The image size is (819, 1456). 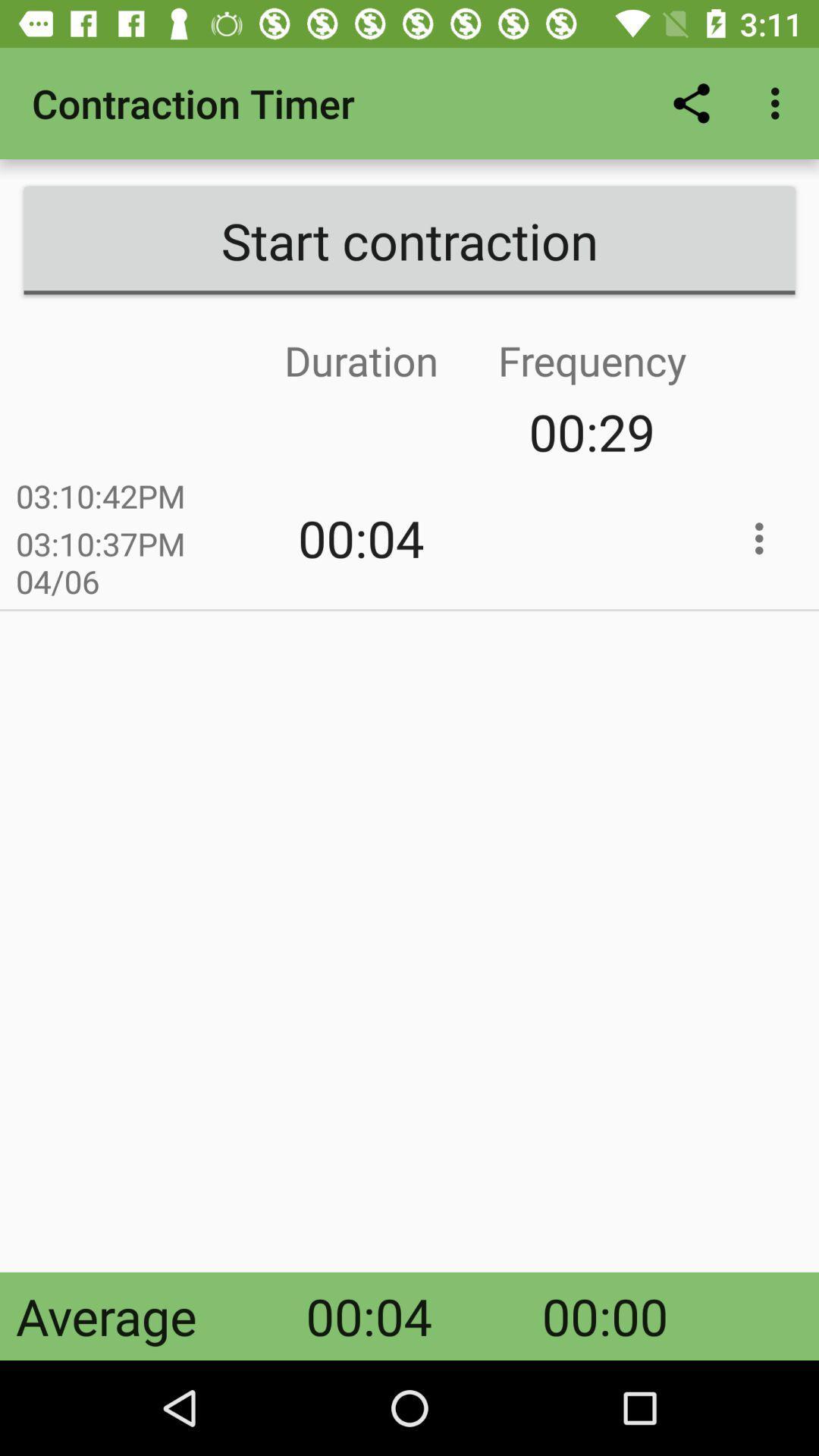 What do you see at coordinates (245, 431) in the screenshot?
I see `icon next to the frequency` at bounding box center [245, 431].